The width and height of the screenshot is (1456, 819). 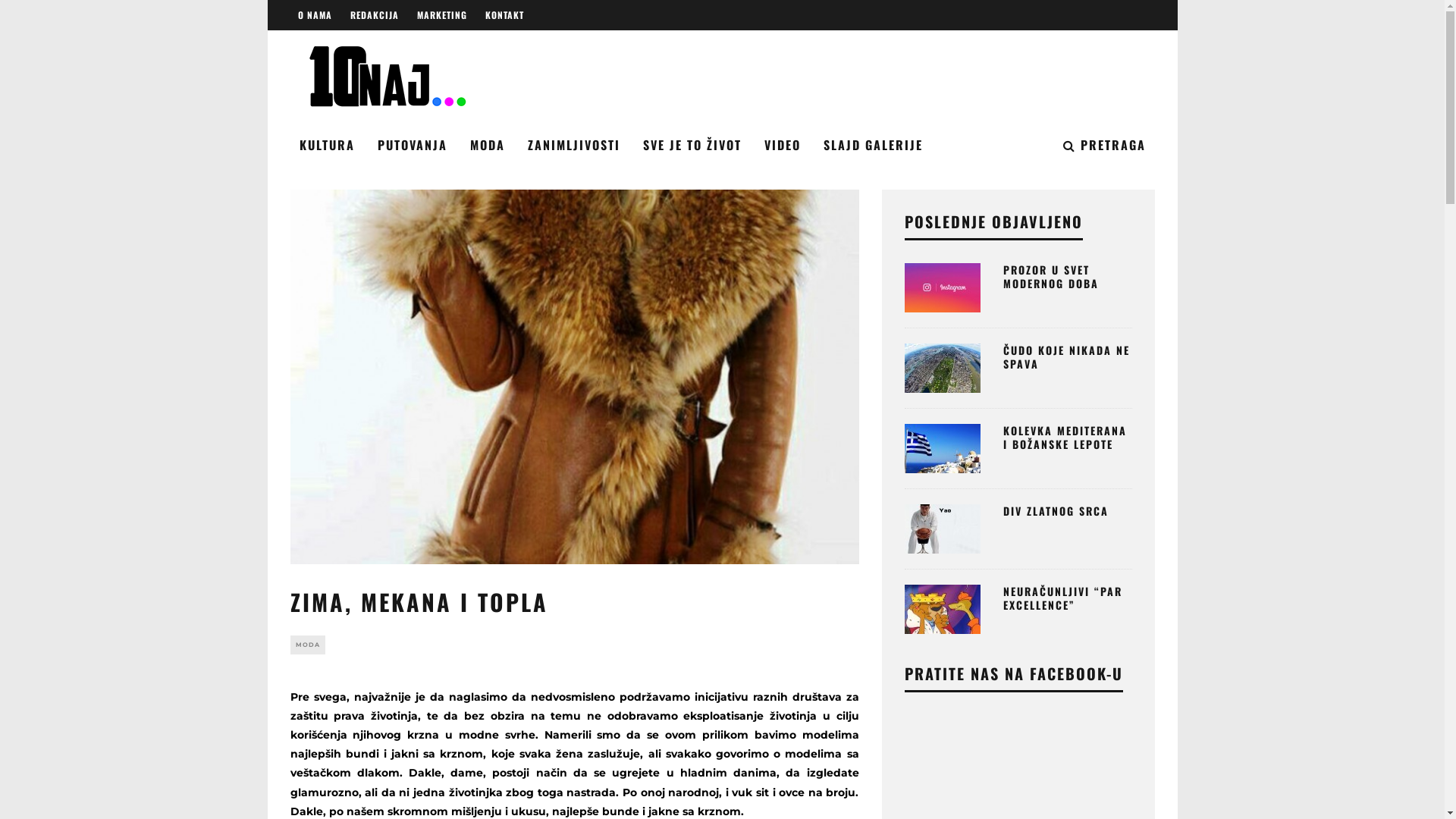 What do you see at coordinates (441, 14) in the screenshot?
I see `'MARKETING'` at bounding box center [441, 14].